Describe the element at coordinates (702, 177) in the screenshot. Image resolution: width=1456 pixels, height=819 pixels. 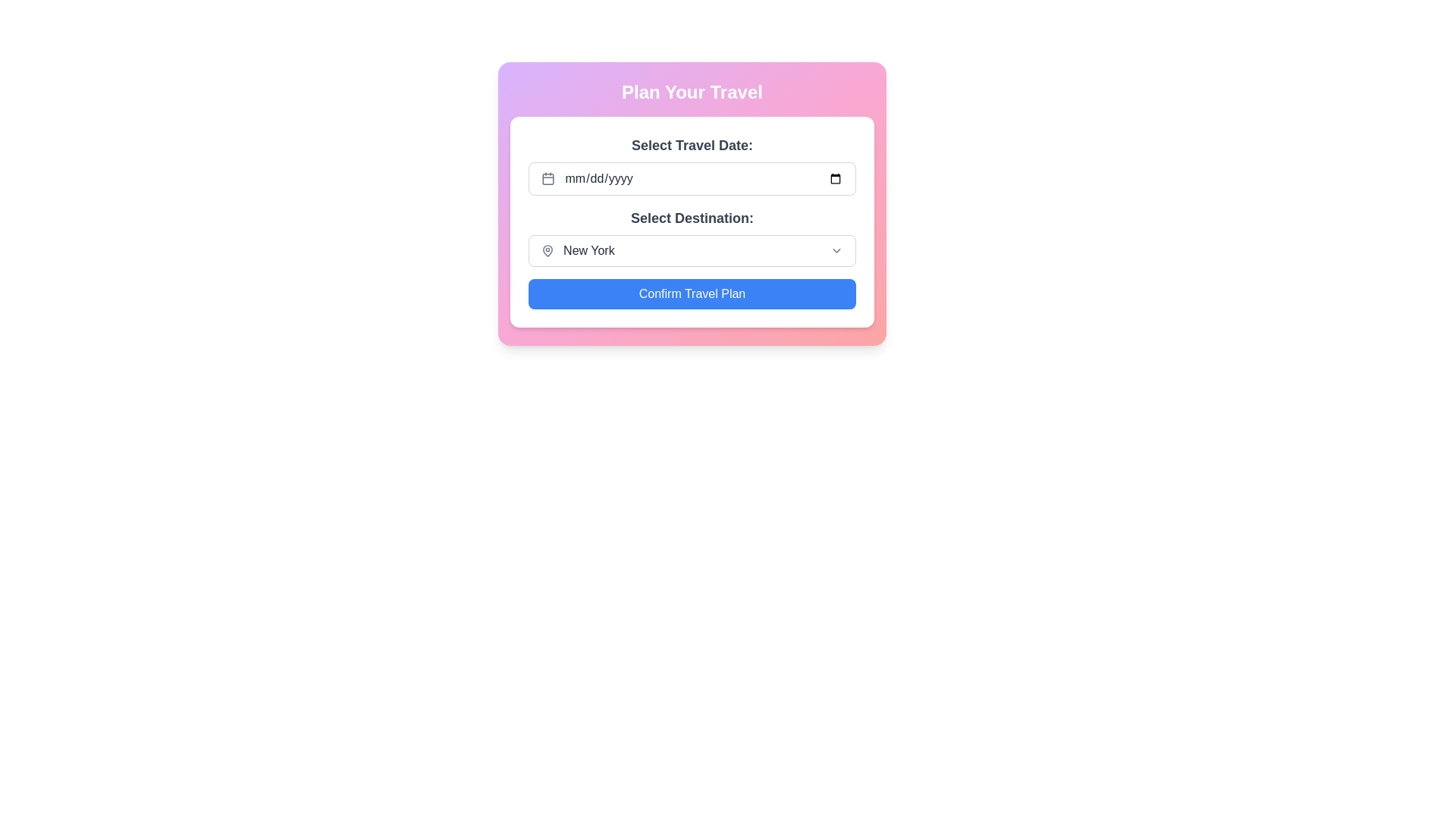
I see `the styled Date Input Field with a placeholder of 'mm/dd/yyyy' to focus on it` at that location.